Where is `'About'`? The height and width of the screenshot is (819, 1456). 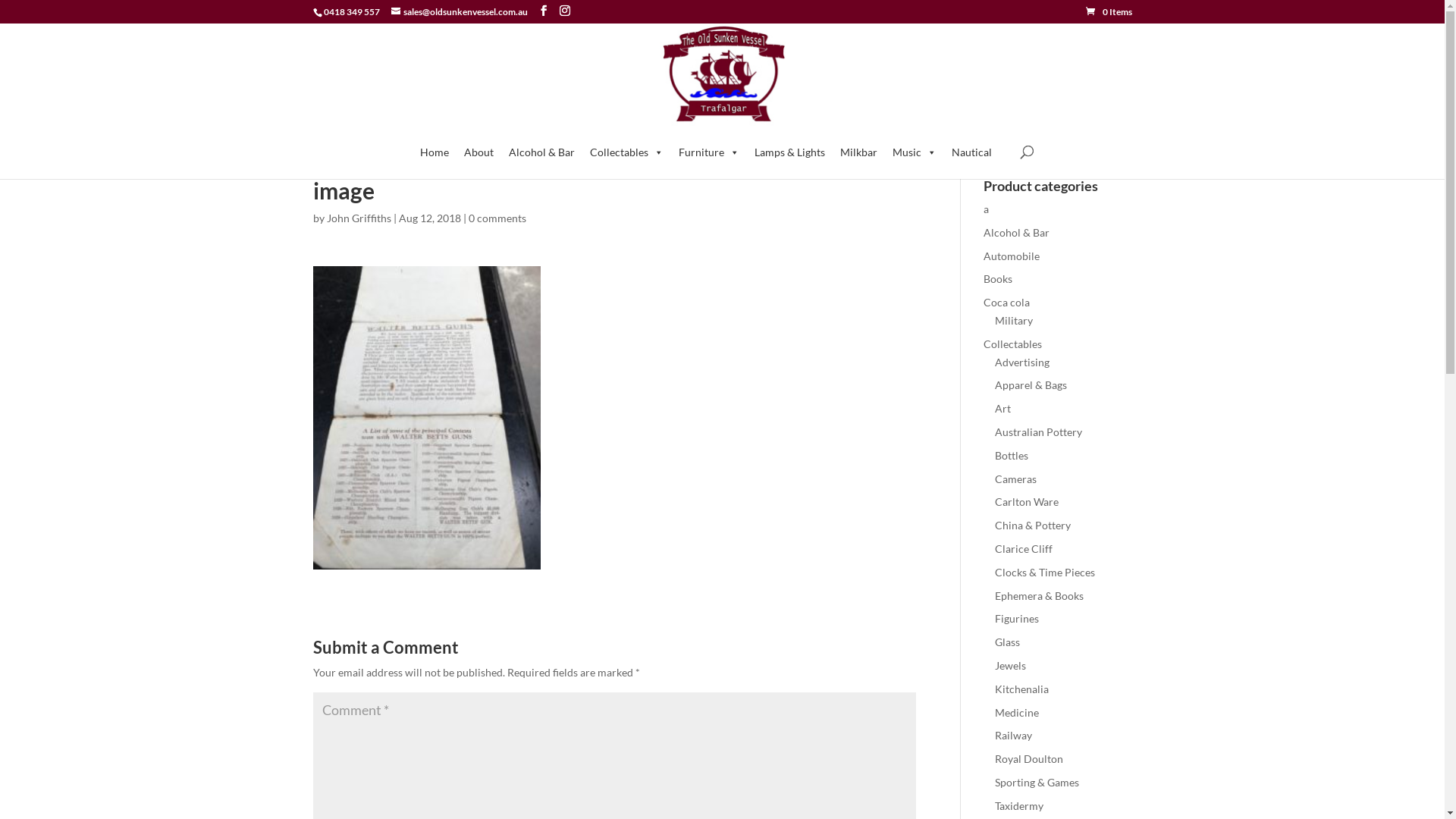
'About' is located at coordinates (478, 152).